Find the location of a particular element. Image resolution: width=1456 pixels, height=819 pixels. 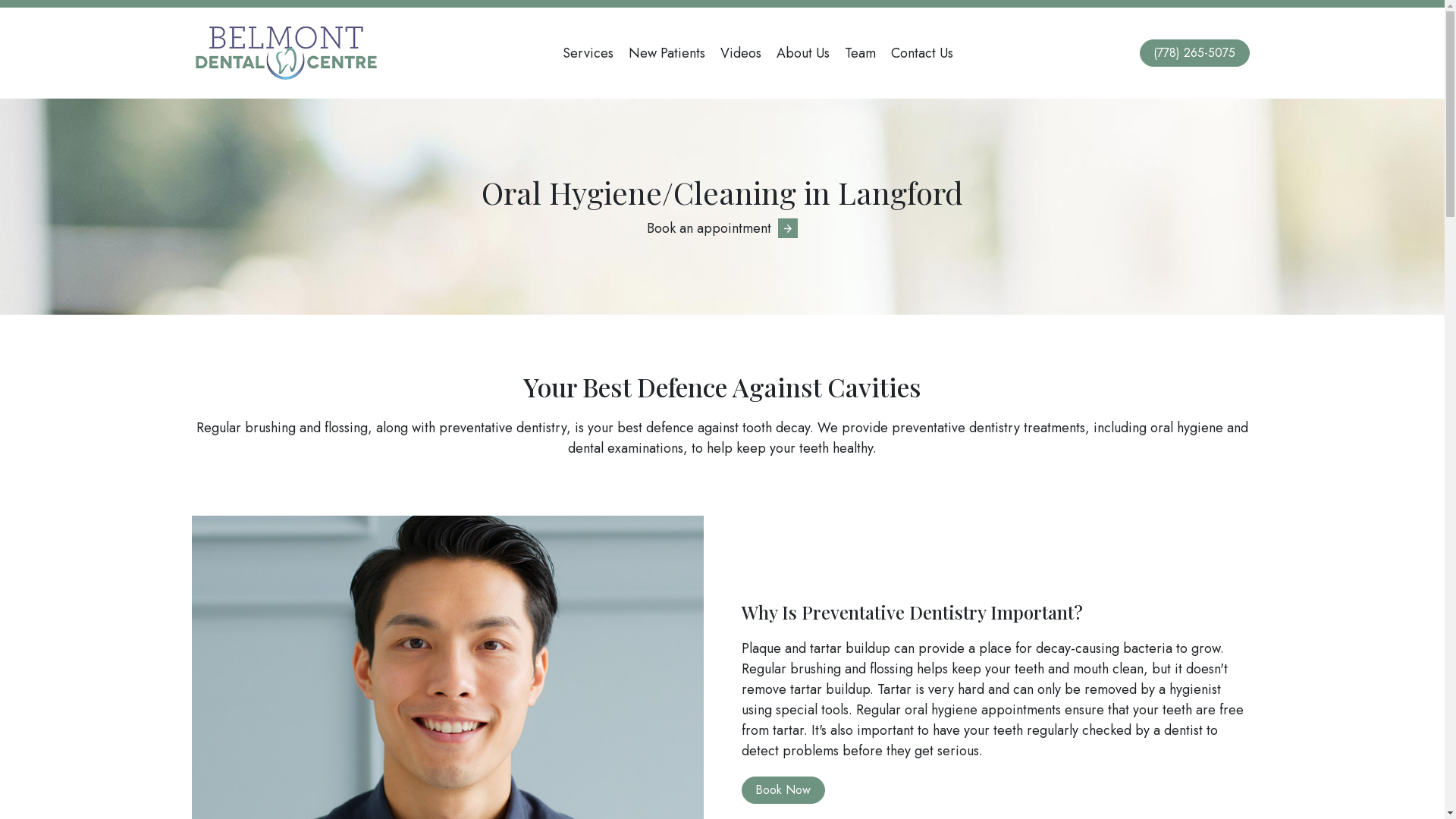

'About Us' is located at coordinates (802, 52).